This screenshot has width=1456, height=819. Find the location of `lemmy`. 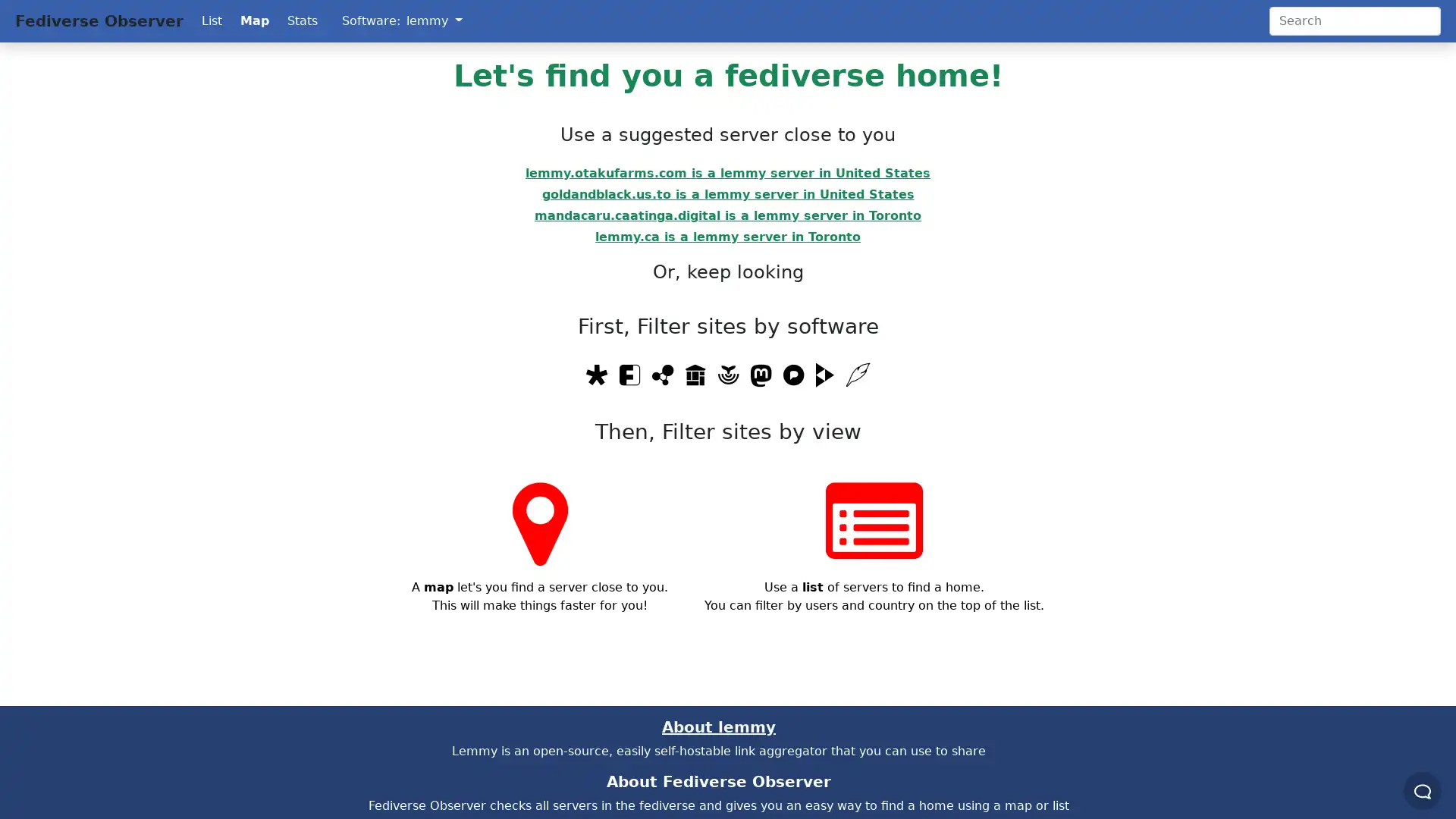

lemmy is located at coordinates (433, 20).